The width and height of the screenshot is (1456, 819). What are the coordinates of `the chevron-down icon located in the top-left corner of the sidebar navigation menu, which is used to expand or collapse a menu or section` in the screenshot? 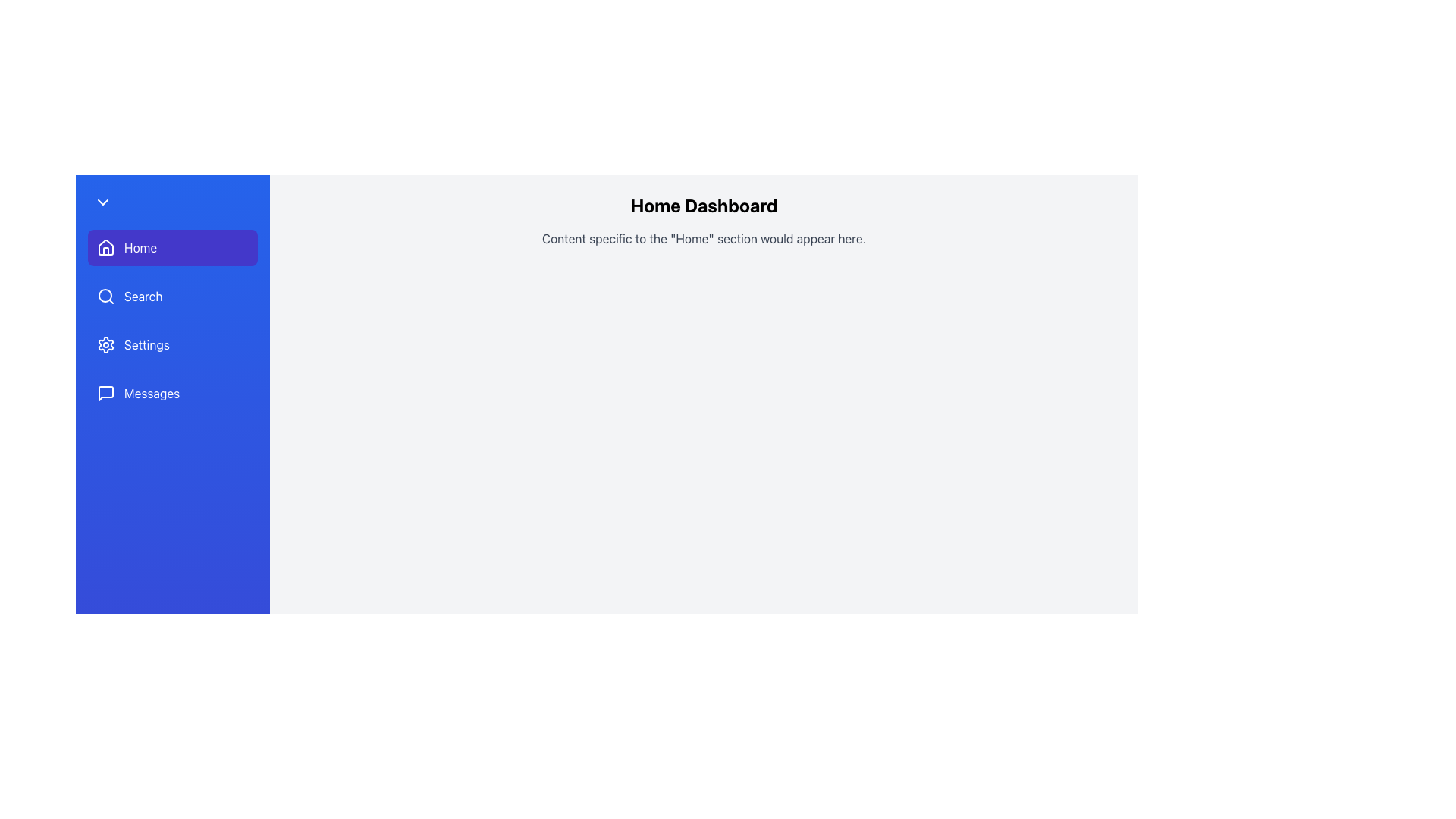 It's located at (102, 201).